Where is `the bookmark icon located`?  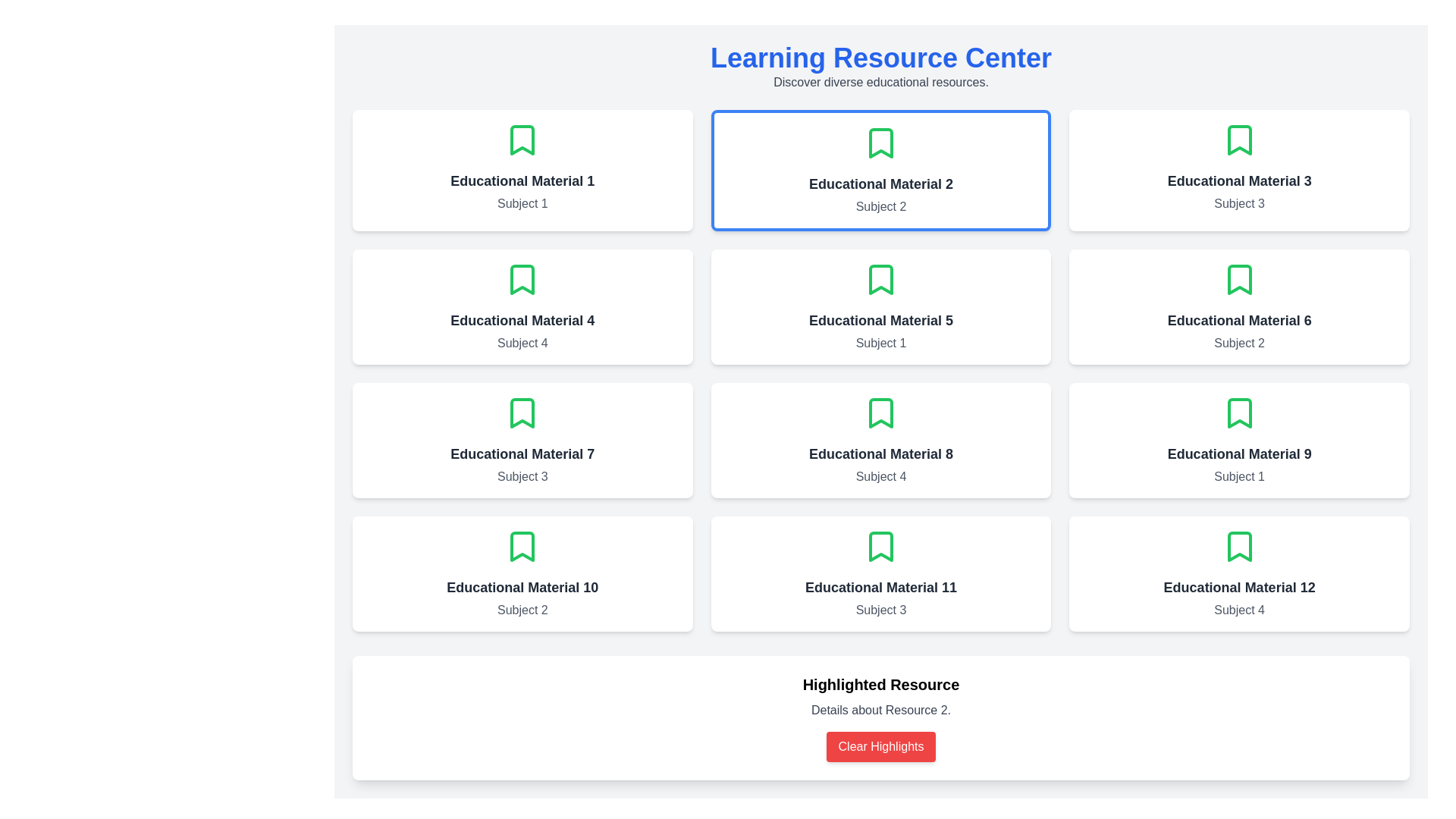 the bookmark icon located is located at coordinates (522, 140).